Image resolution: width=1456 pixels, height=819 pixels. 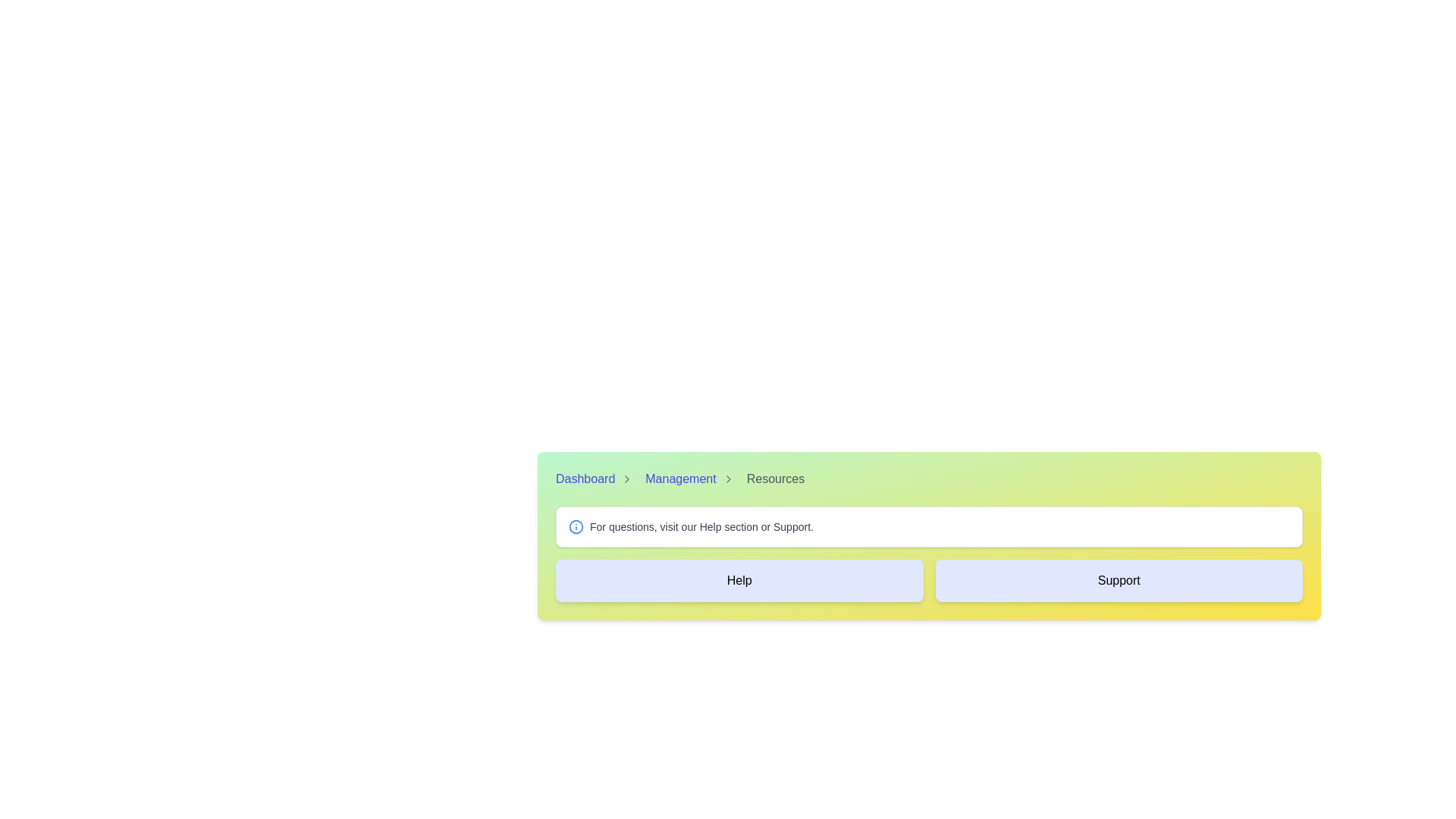 I want to click on the informational icon located at the start of a horizontal layout within a green background card, which is positioned to the left of the text 'For questions, visit our Help section or Support.', so click(x=575, y=526).